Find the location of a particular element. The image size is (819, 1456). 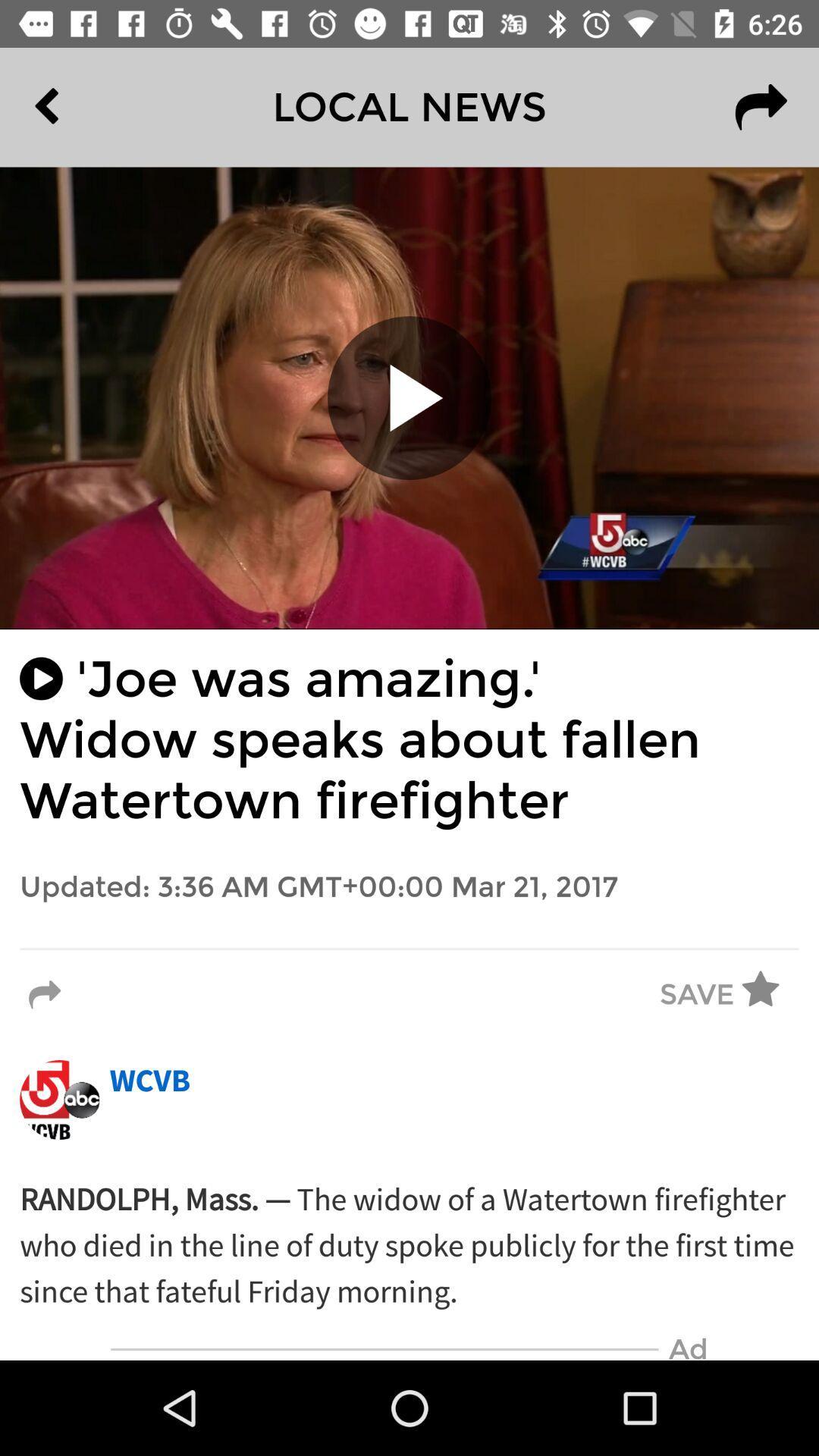

icon above ad icon is located at coordinates (409, 1246).